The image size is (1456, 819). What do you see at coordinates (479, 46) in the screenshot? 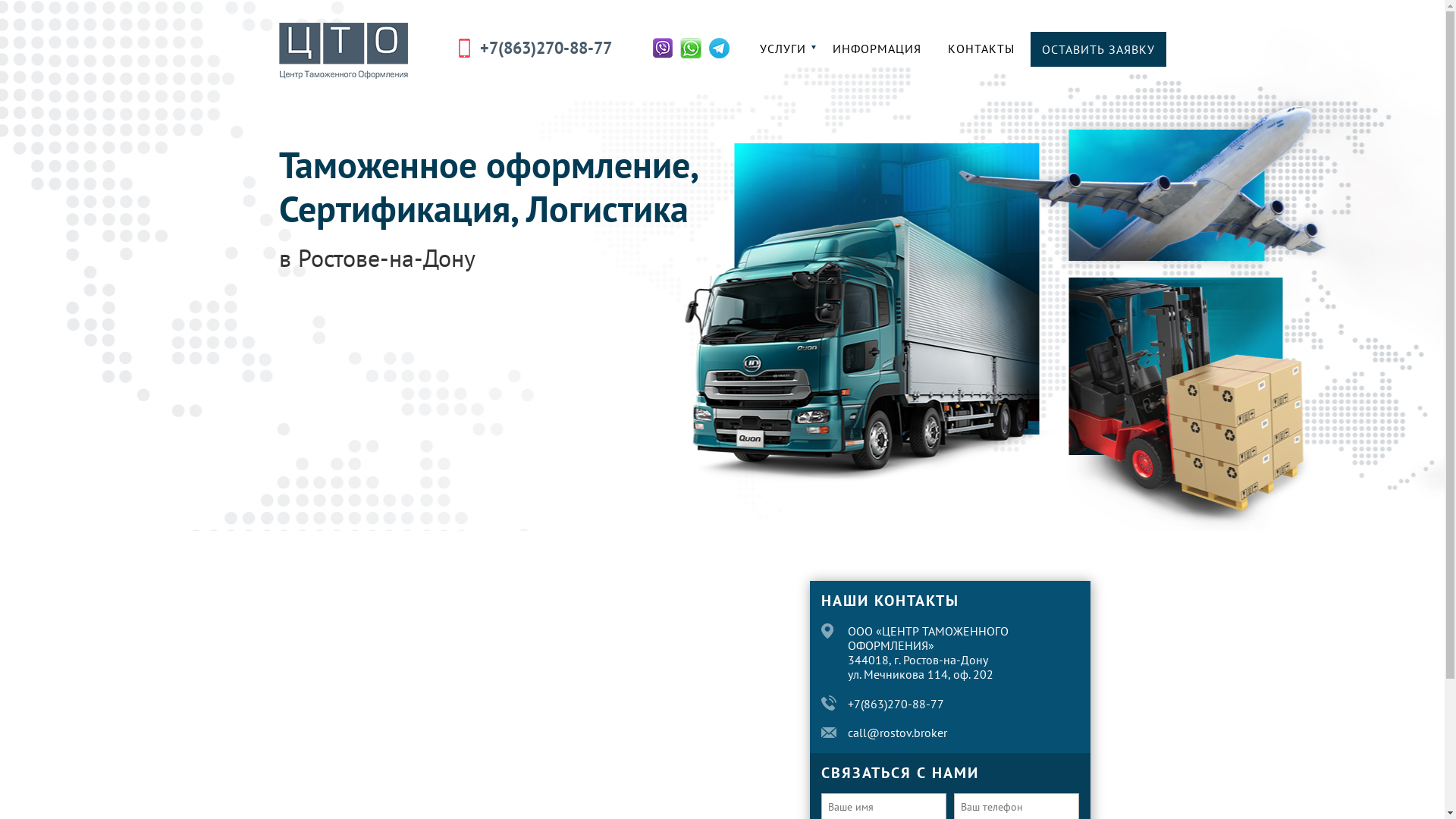
I see `'+7(863)270-88-77'` at bounding box center [479, 46].